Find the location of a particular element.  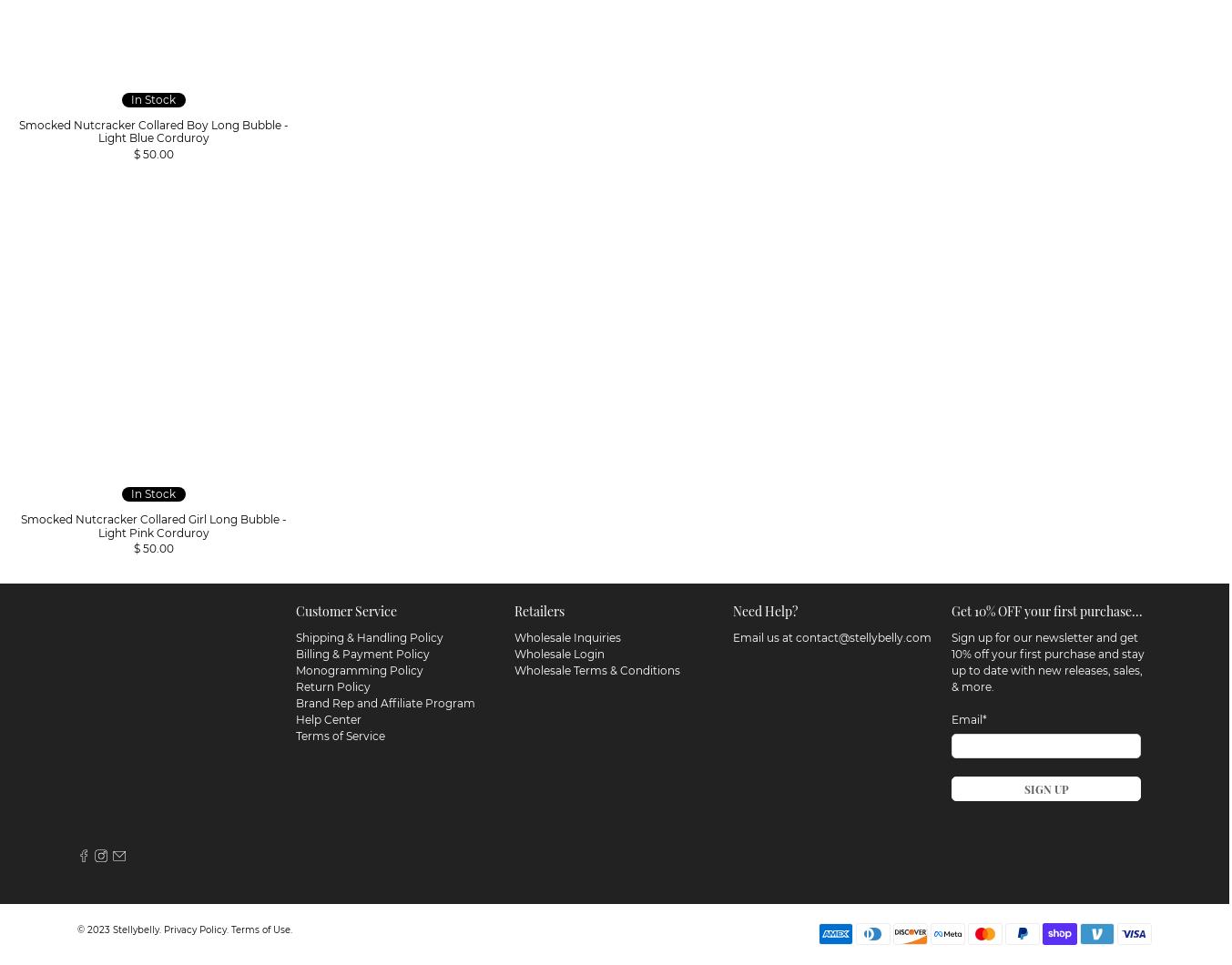

'Retailers' is located at coordinates (539, 607).